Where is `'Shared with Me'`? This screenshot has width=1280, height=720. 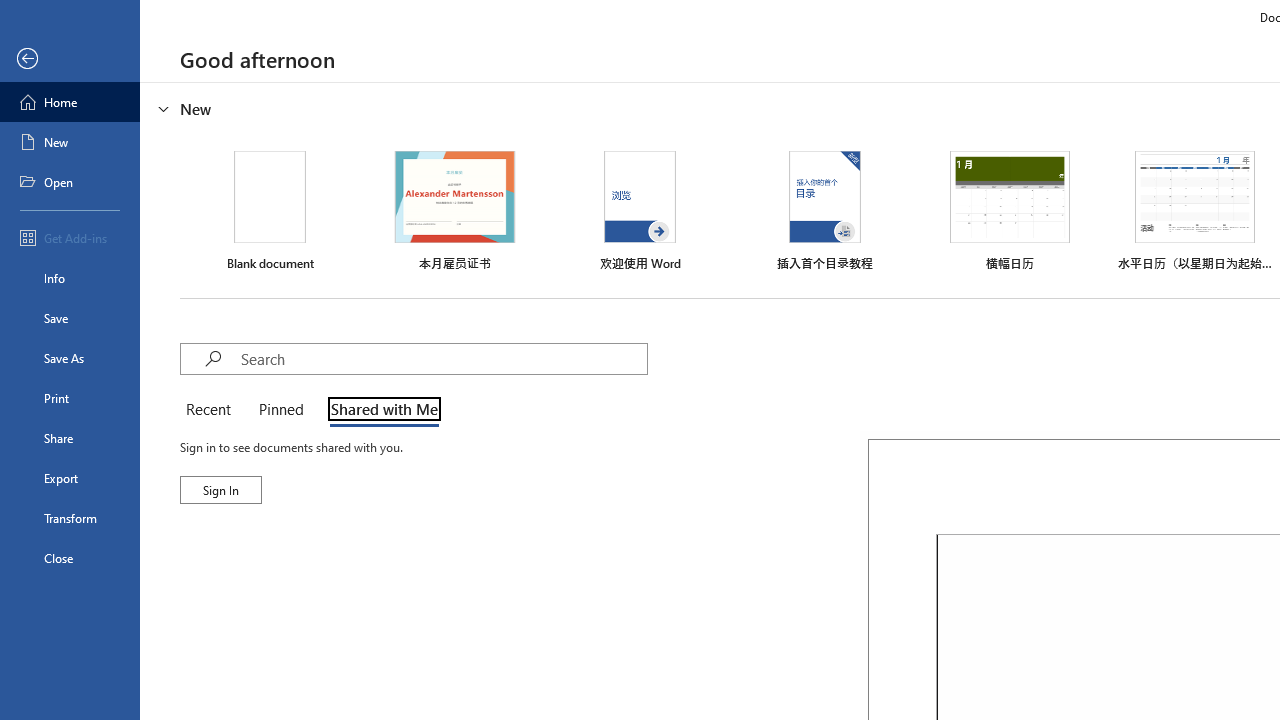 'Shared with Me' is located at coordinates (380, 410).